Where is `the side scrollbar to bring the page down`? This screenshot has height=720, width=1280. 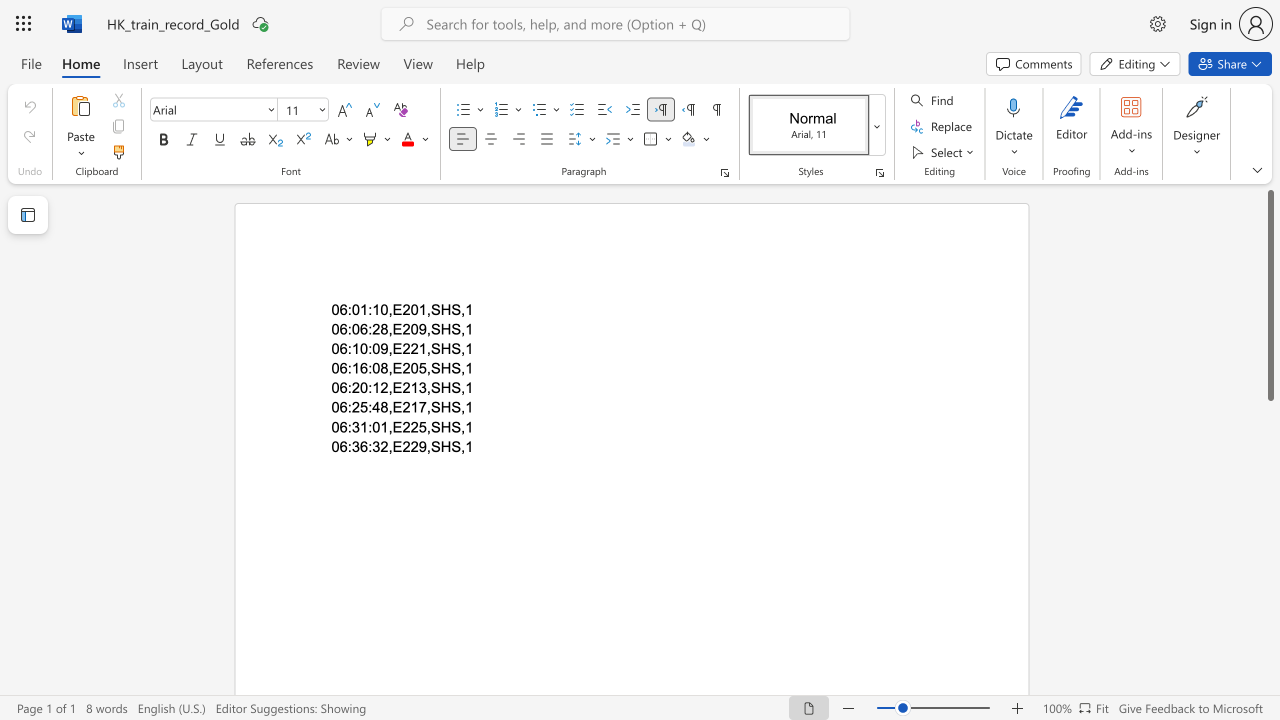 the side scrollbar to bring the page down is located at coordinates (1269, 570).